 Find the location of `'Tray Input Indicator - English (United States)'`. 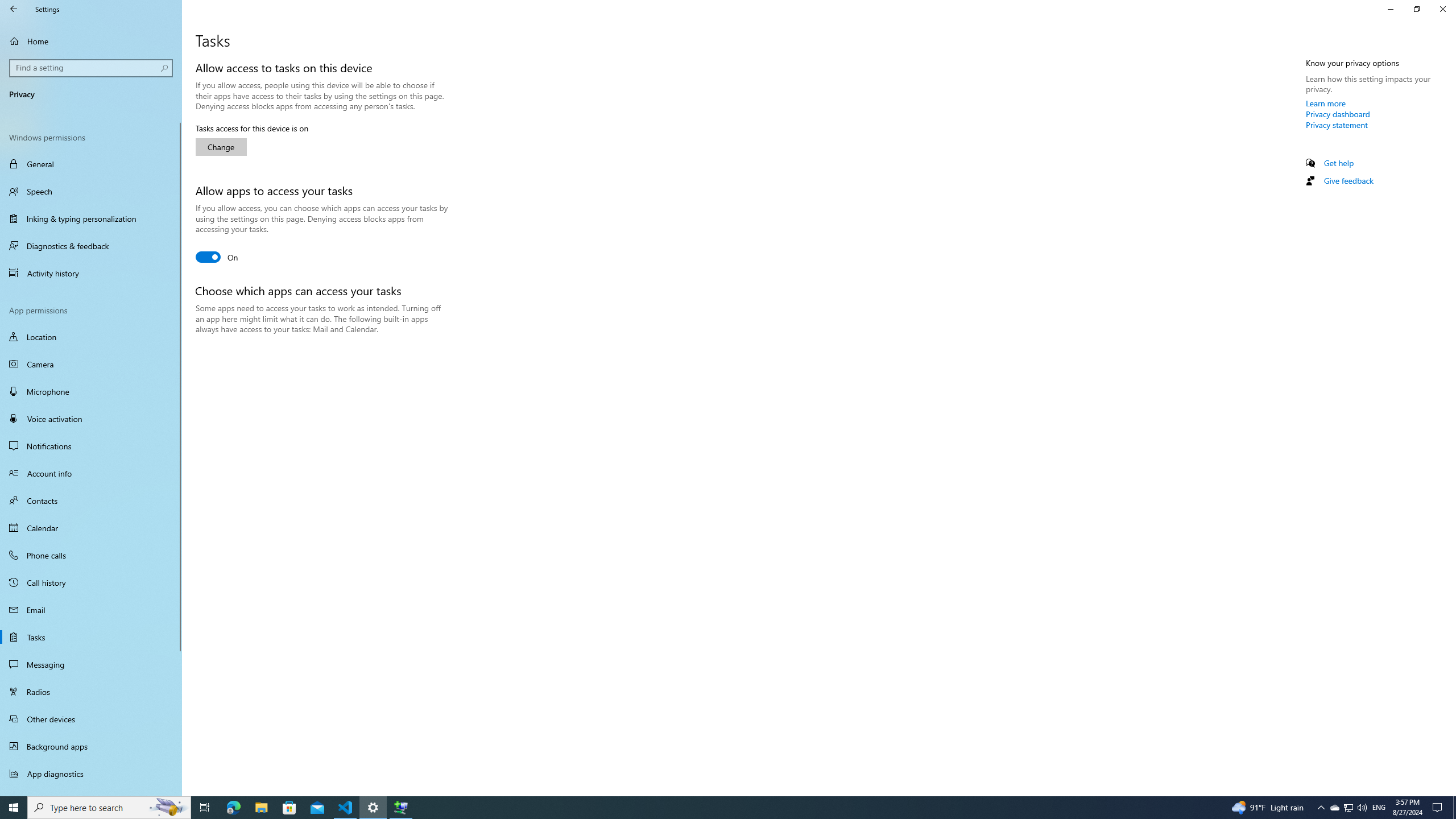

'Tray Input Indicator - English (United States)' is located at coordinates (1379, 806).